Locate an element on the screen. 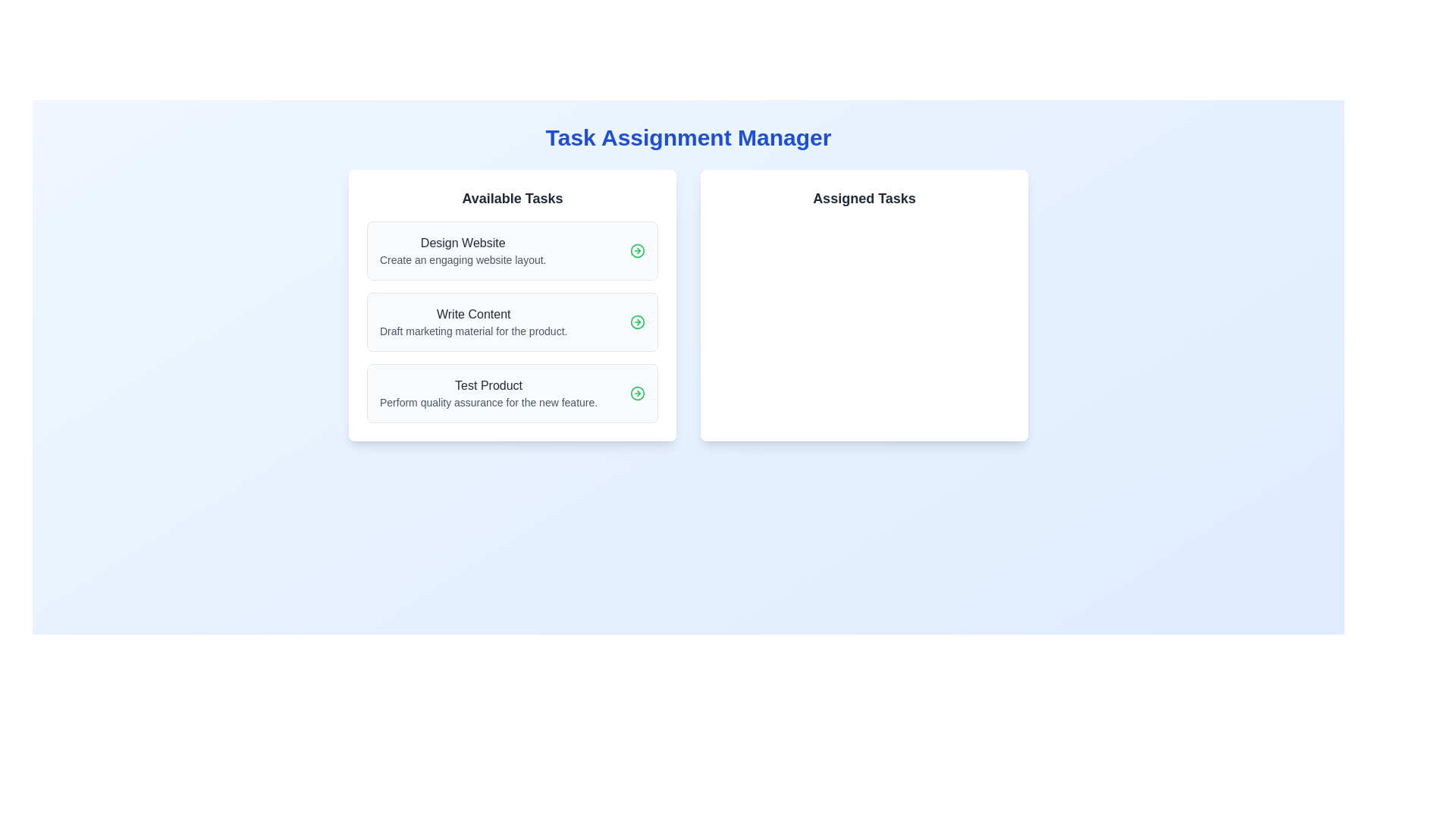  the Text Block representing the task labeled 'Test Product' is located at coordinates (488, 393).